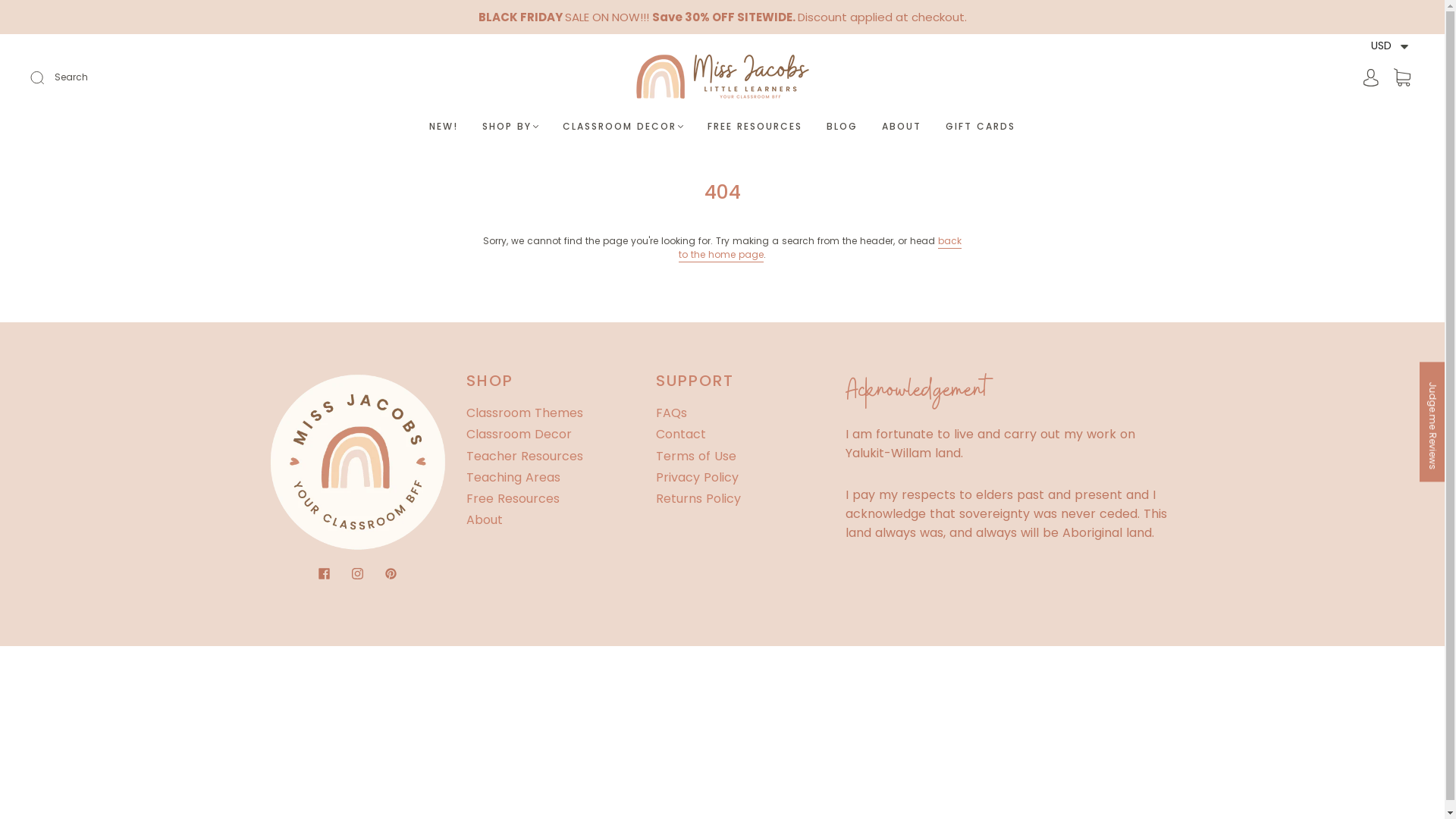  What do you see at coordinates (512, 498) in the screenshot?
I see `'Free Resources'` at bounding box center [512, 498].